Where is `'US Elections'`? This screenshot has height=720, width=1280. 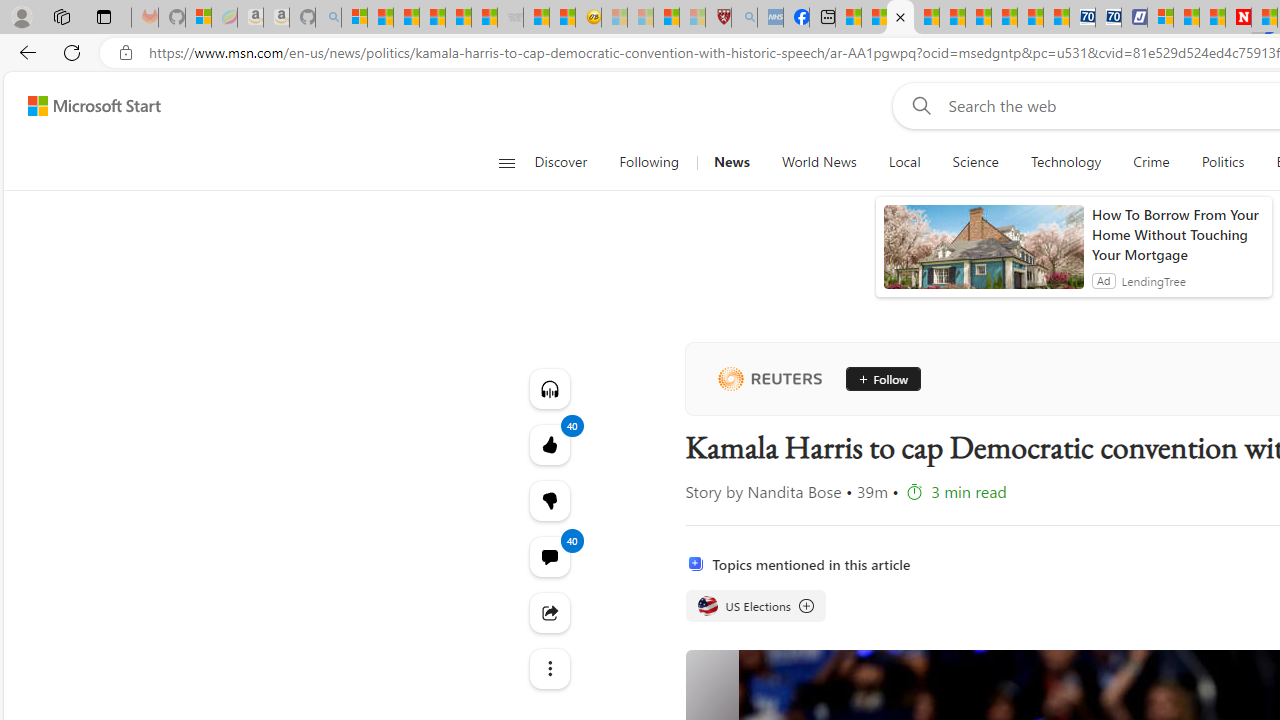 'US Elections' is located at coordinates (754, 604).